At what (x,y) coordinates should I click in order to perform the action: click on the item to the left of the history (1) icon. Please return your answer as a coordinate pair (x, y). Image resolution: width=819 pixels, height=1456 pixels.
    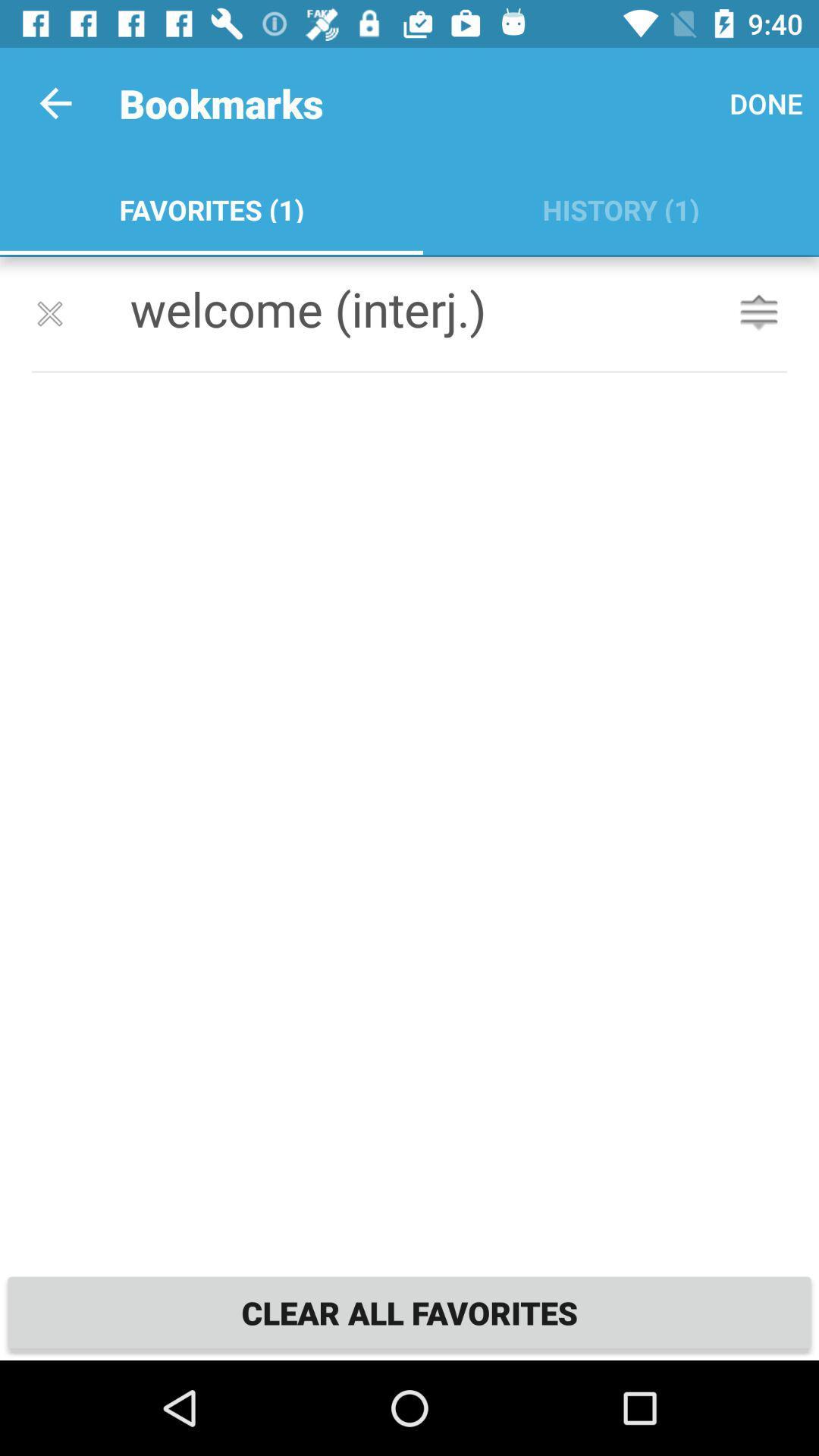
    Looking at the image, I should click on (211, 206).